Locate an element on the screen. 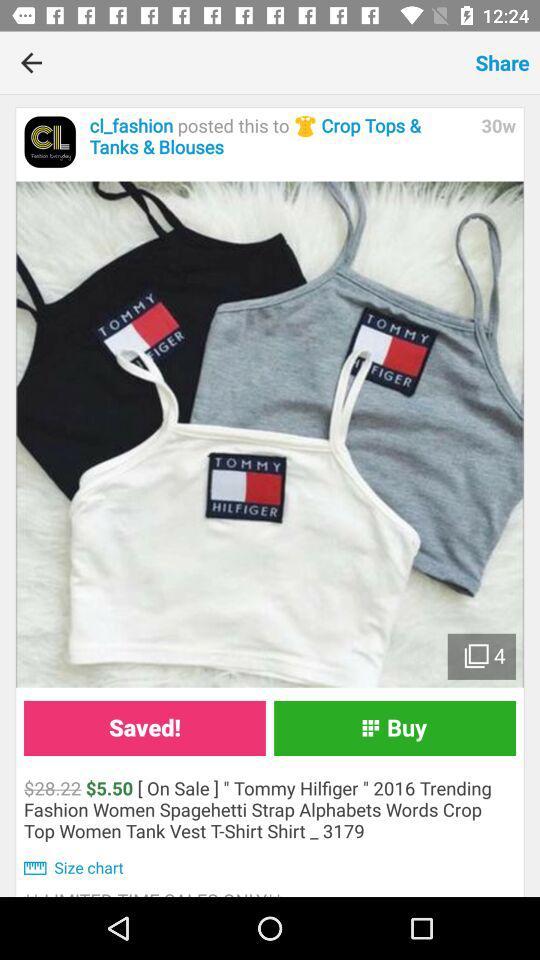 This screenshot has height=960, width=540. icon to the left of the 30w is located at coordinates (279, 136).